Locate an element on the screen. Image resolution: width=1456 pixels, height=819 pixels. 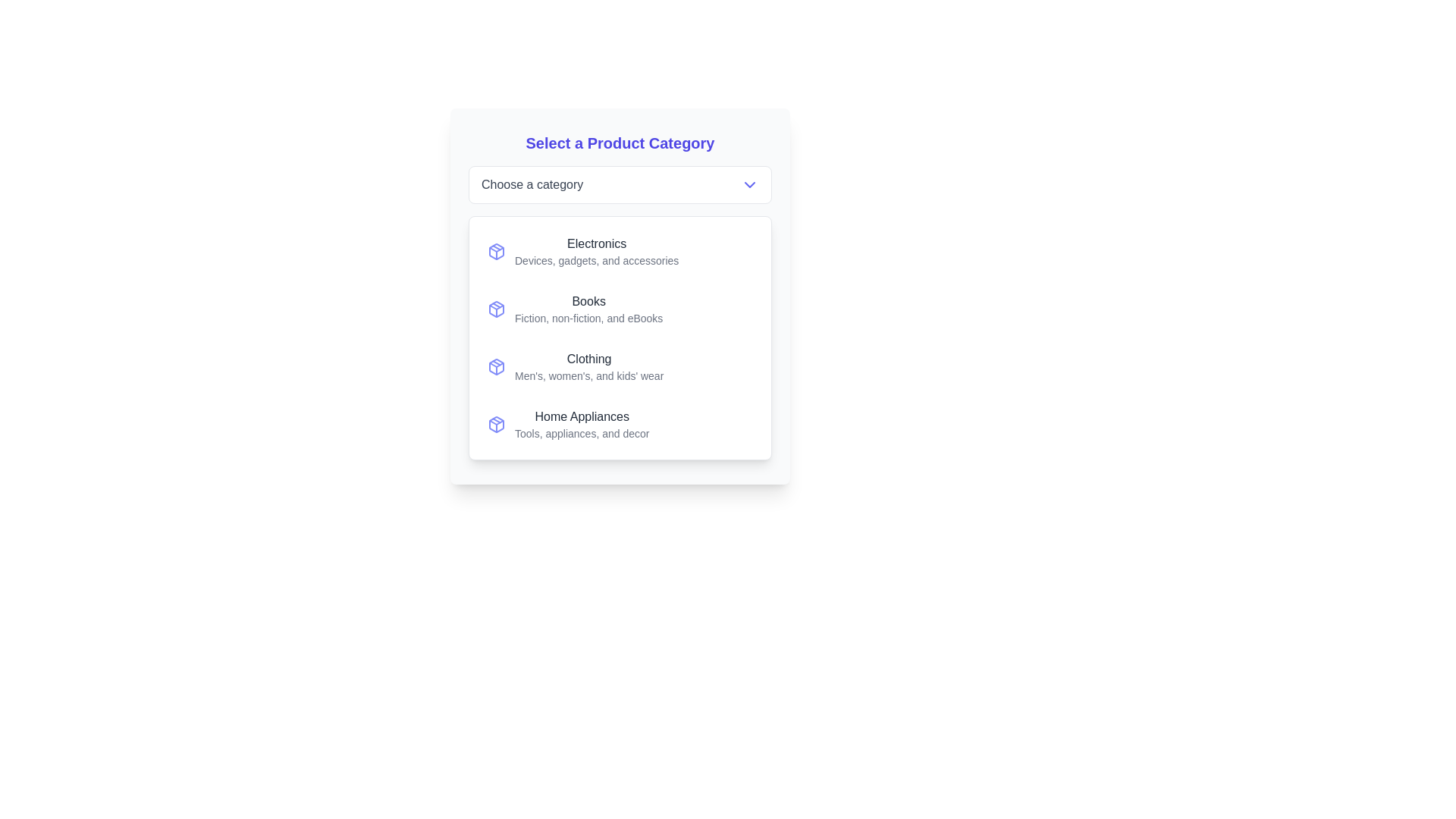
the 'Home Appliances' category option in the product selection menu to filter or display products under this category is located at coordinates (581, 424).